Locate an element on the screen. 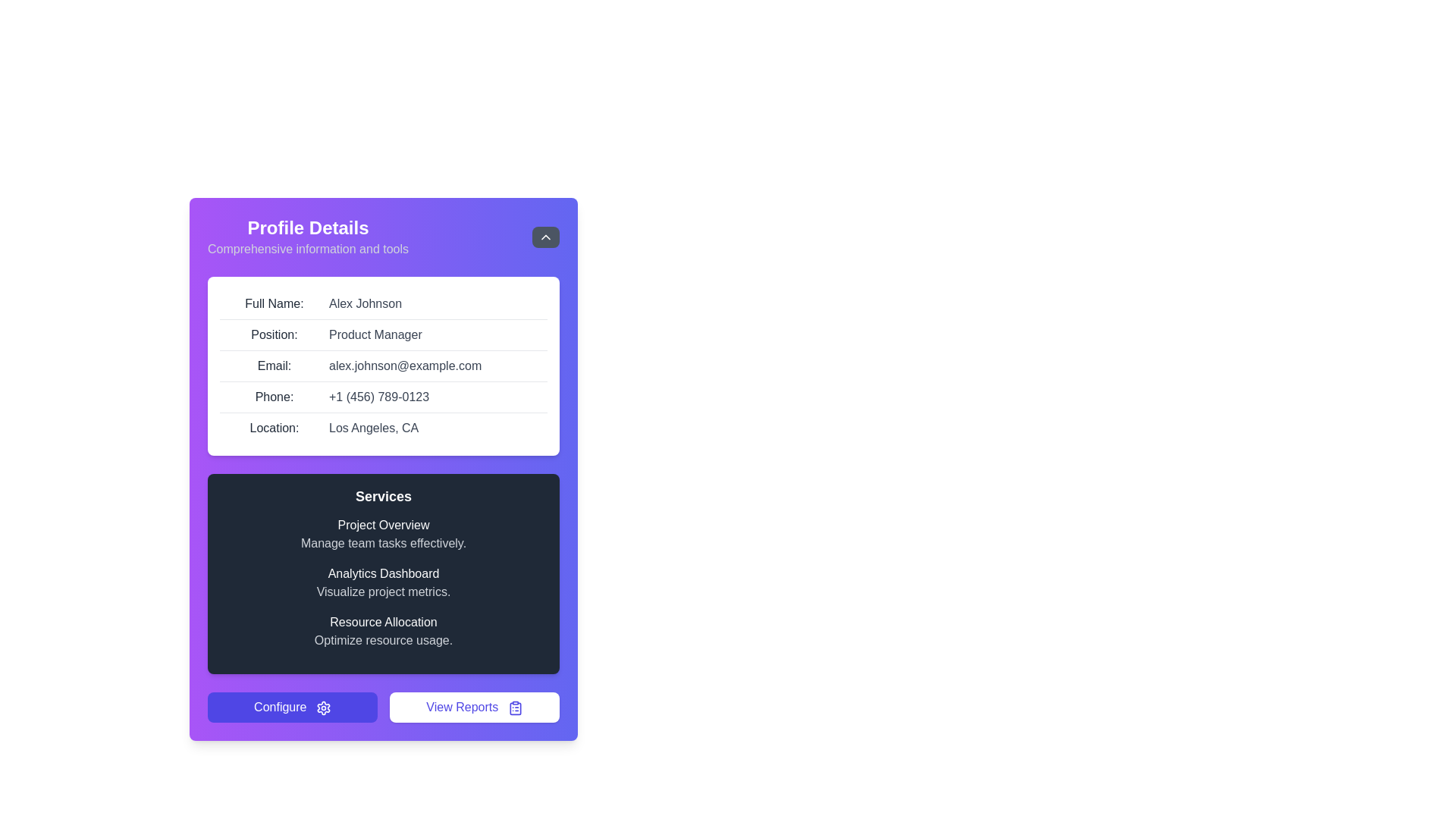 The width and height of the screenshot is (1456, 819). the icon located immediately to the right of the 'View Reports' text at the bottom-right corner of the interface panel is located at coordinates (515, 708).